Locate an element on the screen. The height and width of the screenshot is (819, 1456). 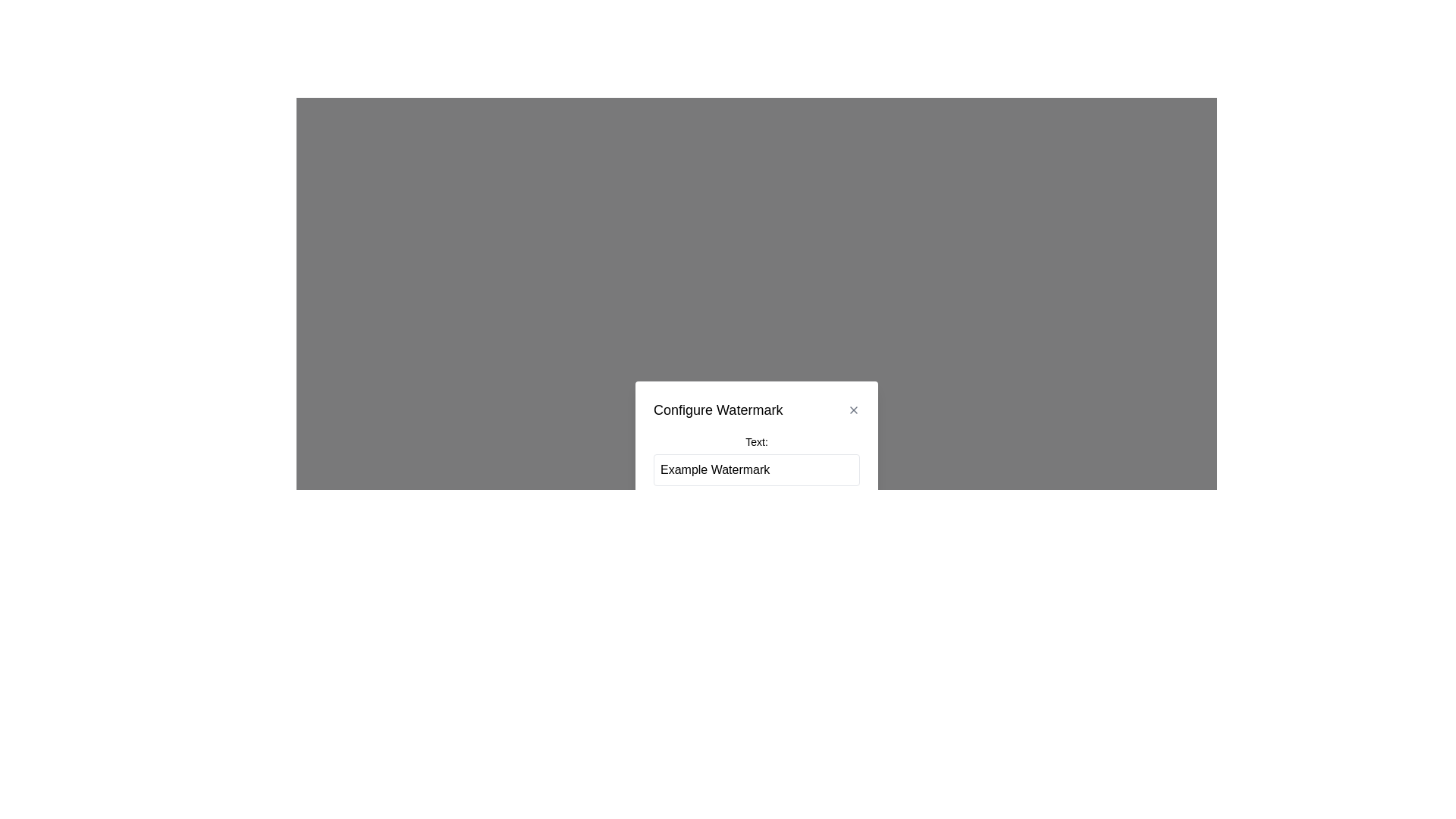
the text label reading 'Text:' which is located above the text input field with the placeholder 'Example Watermark' in the modal dialog box is located at coordinates (757, 441).